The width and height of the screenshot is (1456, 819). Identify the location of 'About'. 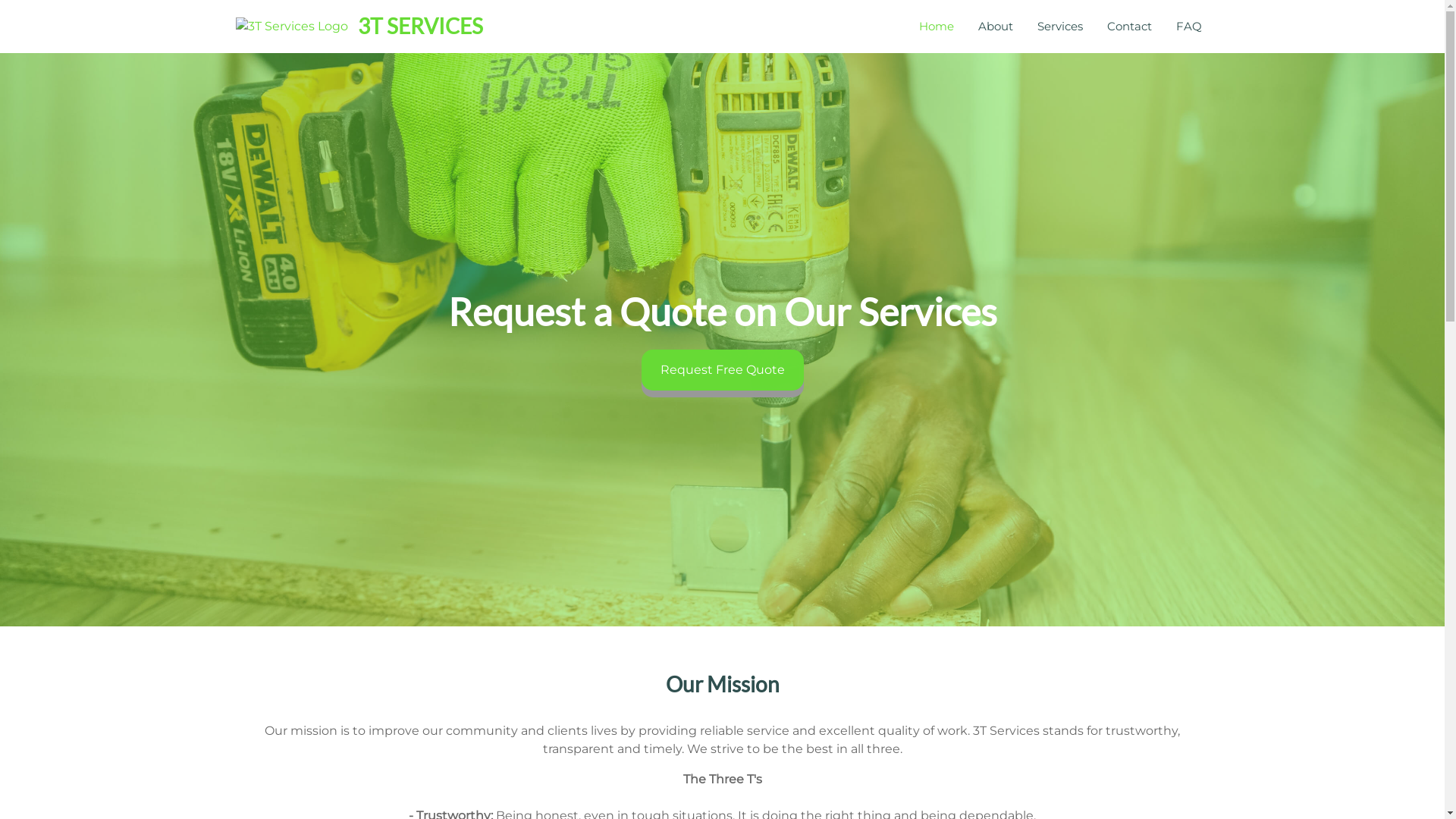
(996, 27).